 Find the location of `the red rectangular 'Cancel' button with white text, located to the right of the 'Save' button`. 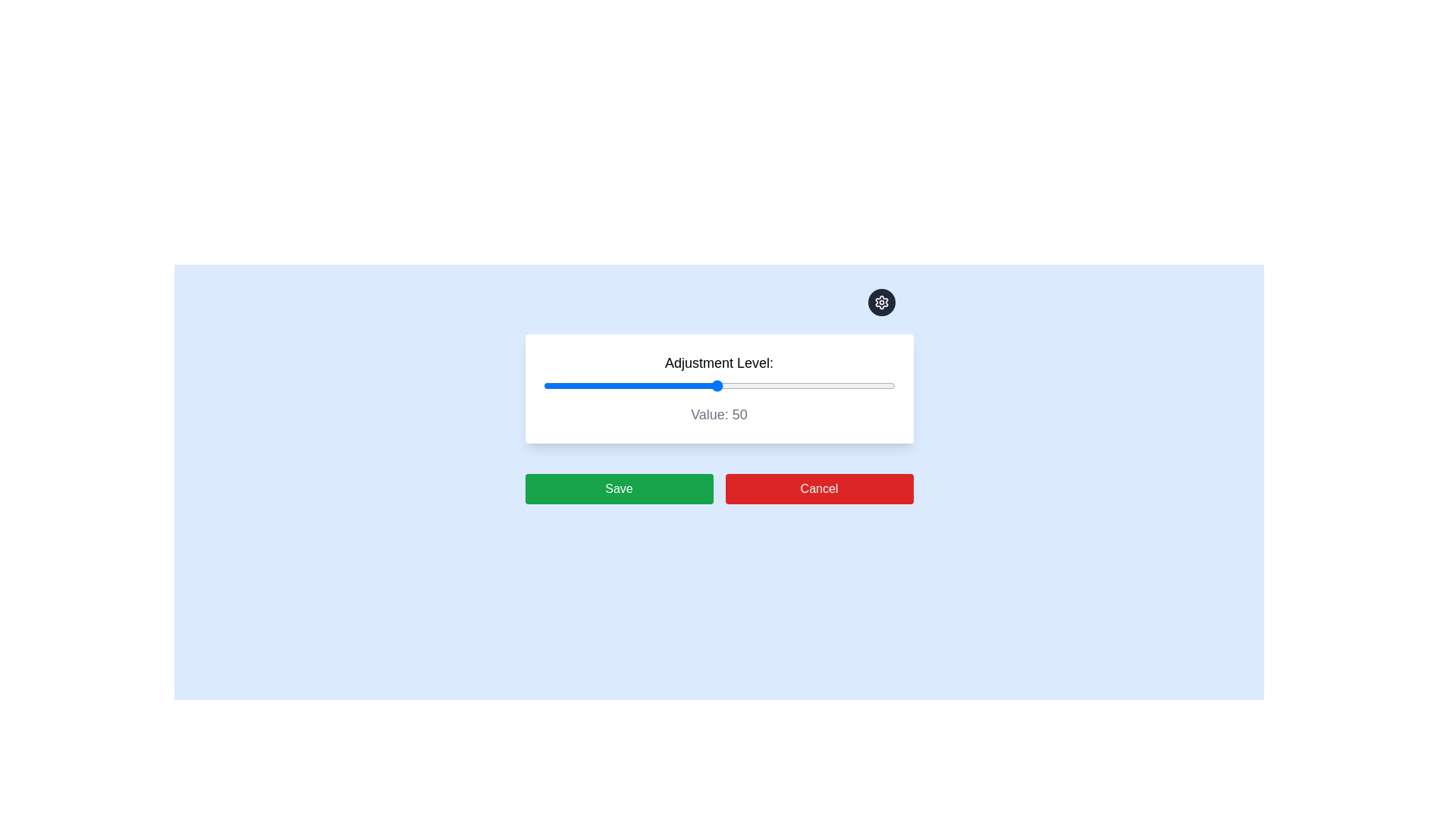

the red rectangular 'Cancel' button with white text, located to the right of the 'Save' button is located at coordinates (818, 488).